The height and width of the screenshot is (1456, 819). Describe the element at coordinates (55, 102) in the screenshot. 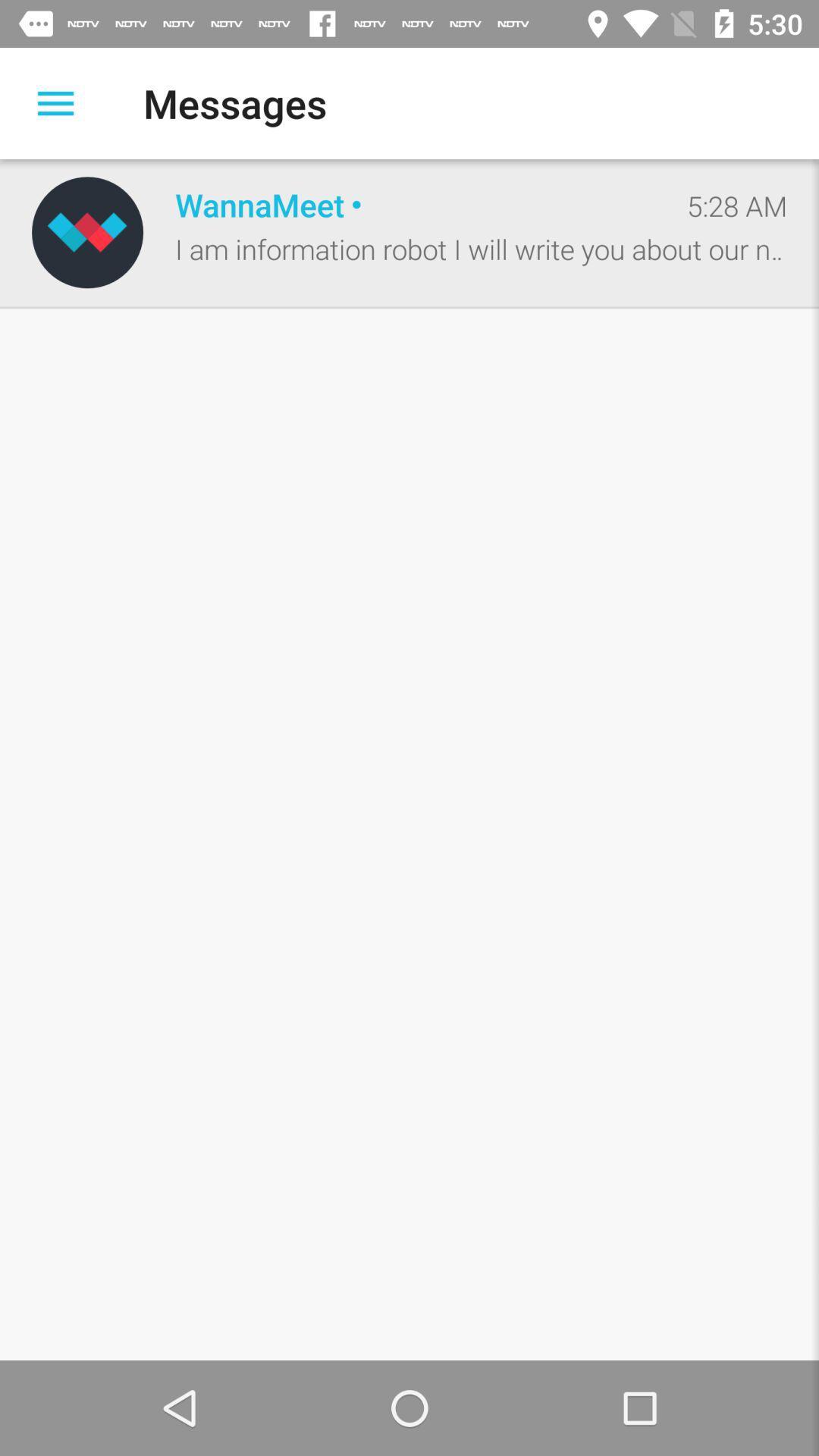

I see `menu` at that location.